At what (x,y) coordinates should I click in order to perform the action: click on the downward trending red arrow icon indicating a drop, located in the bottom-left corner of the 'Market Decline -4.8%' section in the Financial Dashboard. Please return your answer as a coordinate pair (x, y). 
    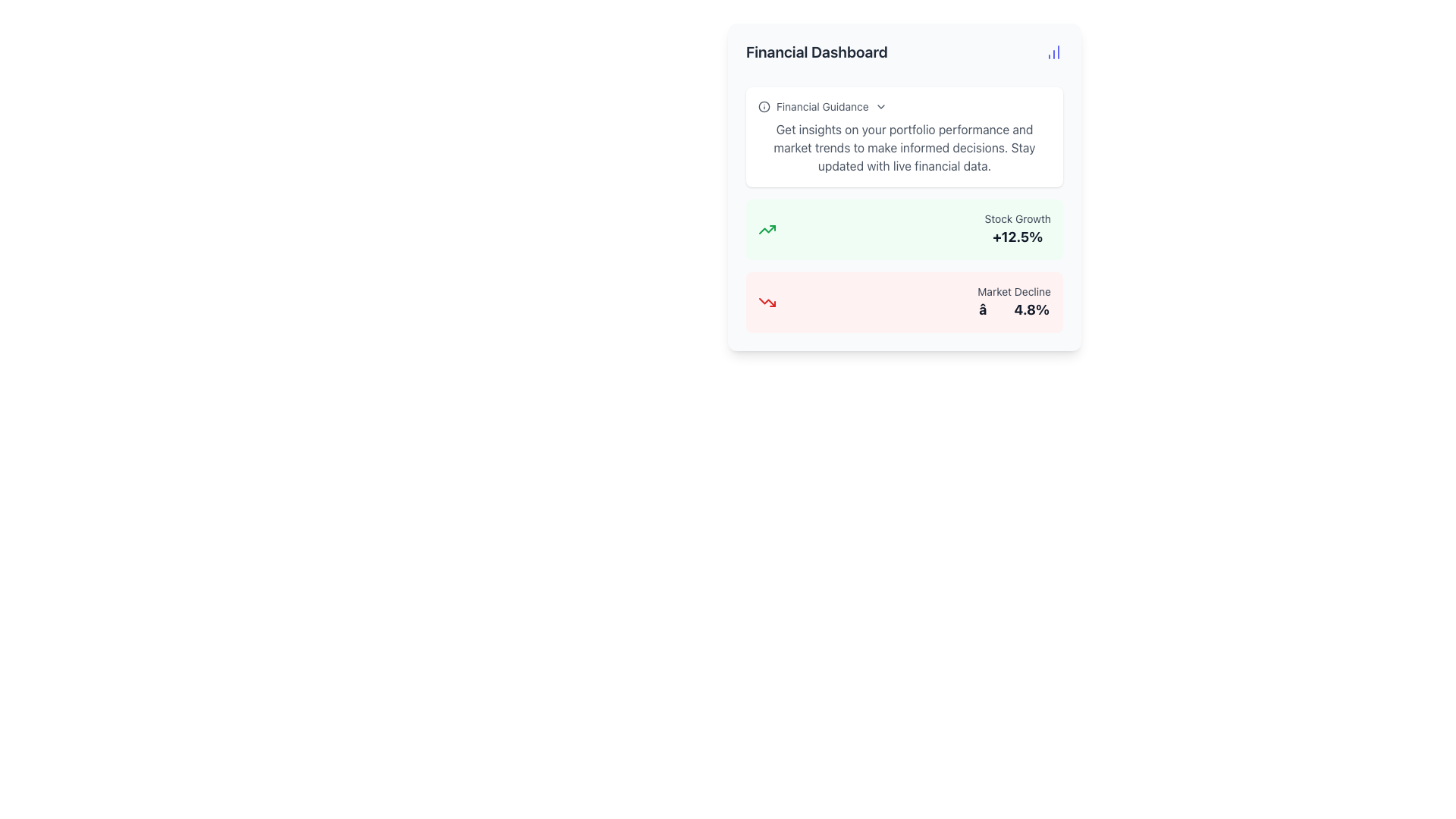
    Looking at the image, I should click on (767, 302).